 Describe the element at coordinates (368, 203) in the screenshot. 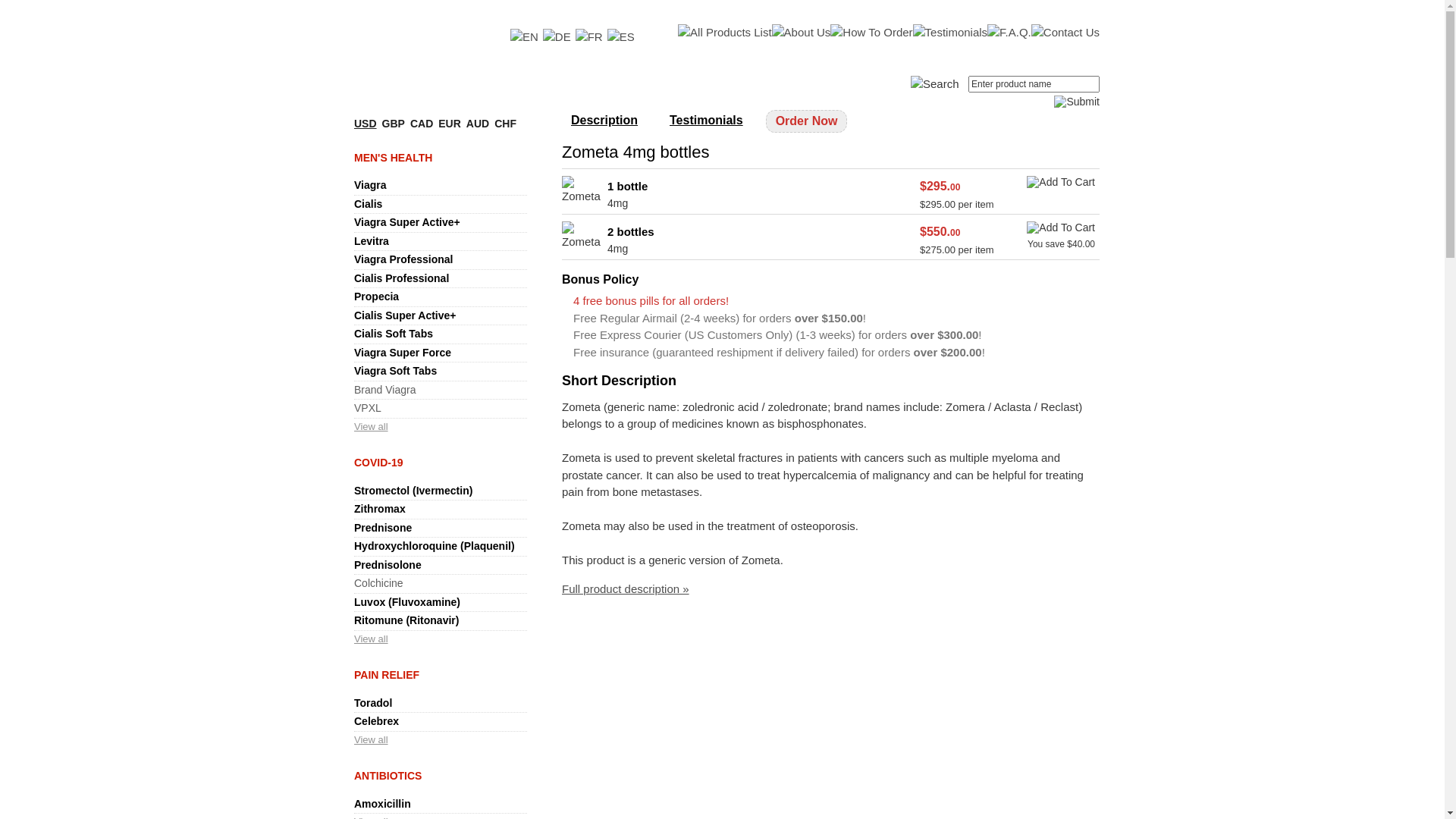

I see `'Cialis'` at that location.